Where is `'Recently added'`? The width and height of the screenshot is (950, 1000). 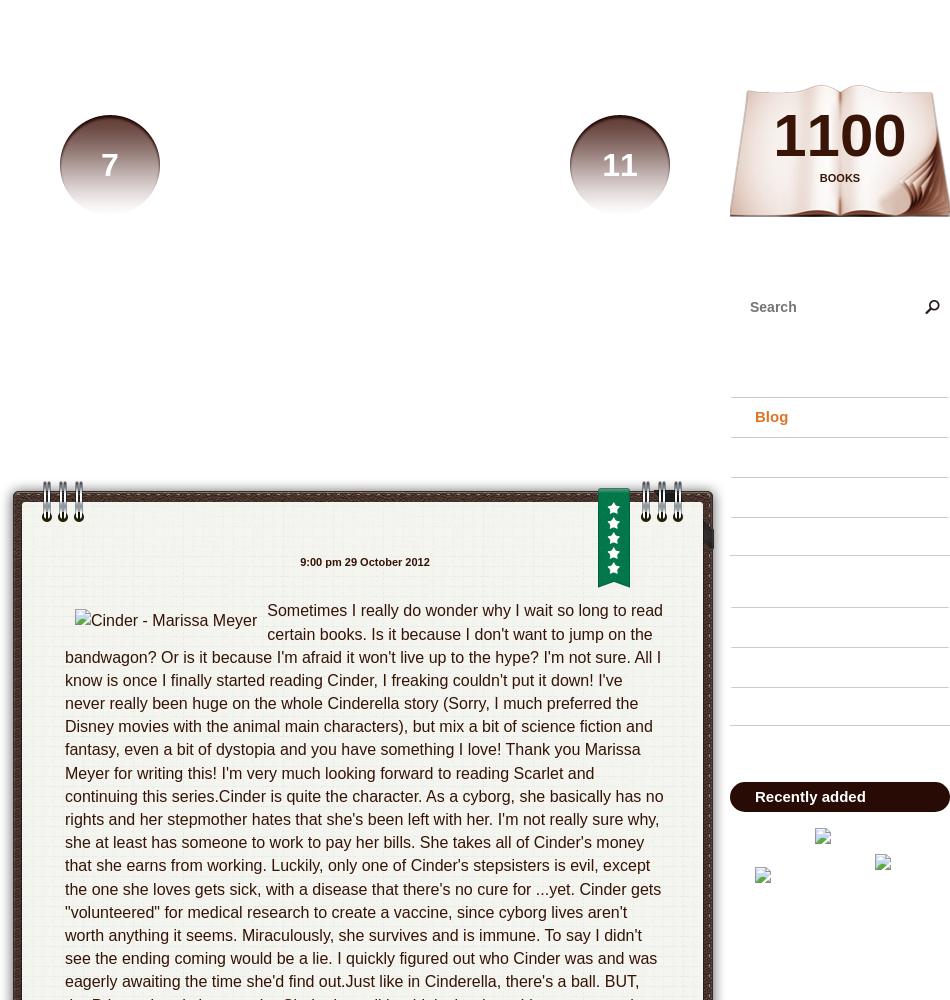 'Recently added' is located at coordinates (753, 796).